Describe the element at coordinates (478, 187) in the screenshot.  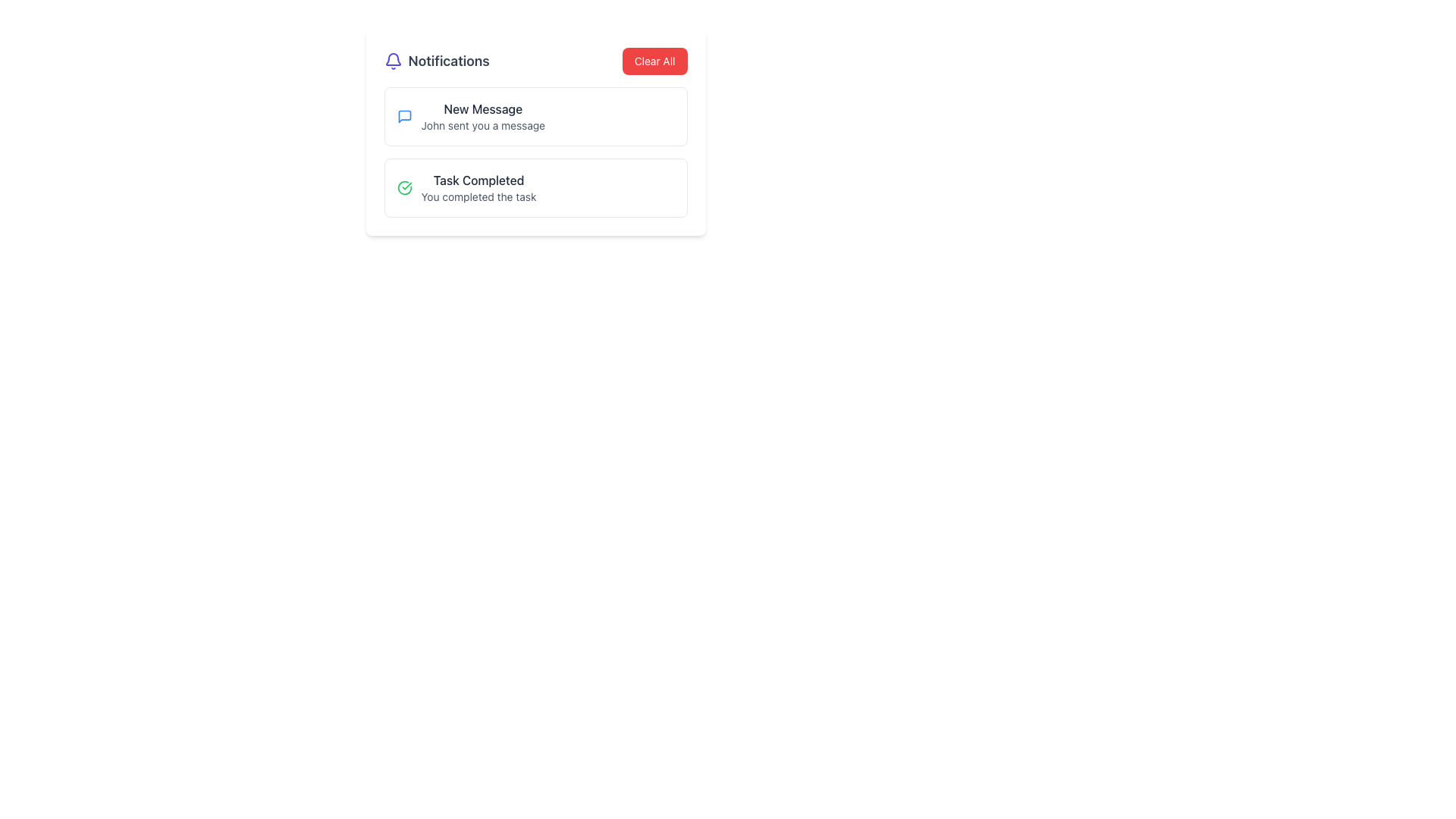
I see `the Text Block titled 'Task Completed' which is the second item in the notification card list to access related elements in the same group` at that location.